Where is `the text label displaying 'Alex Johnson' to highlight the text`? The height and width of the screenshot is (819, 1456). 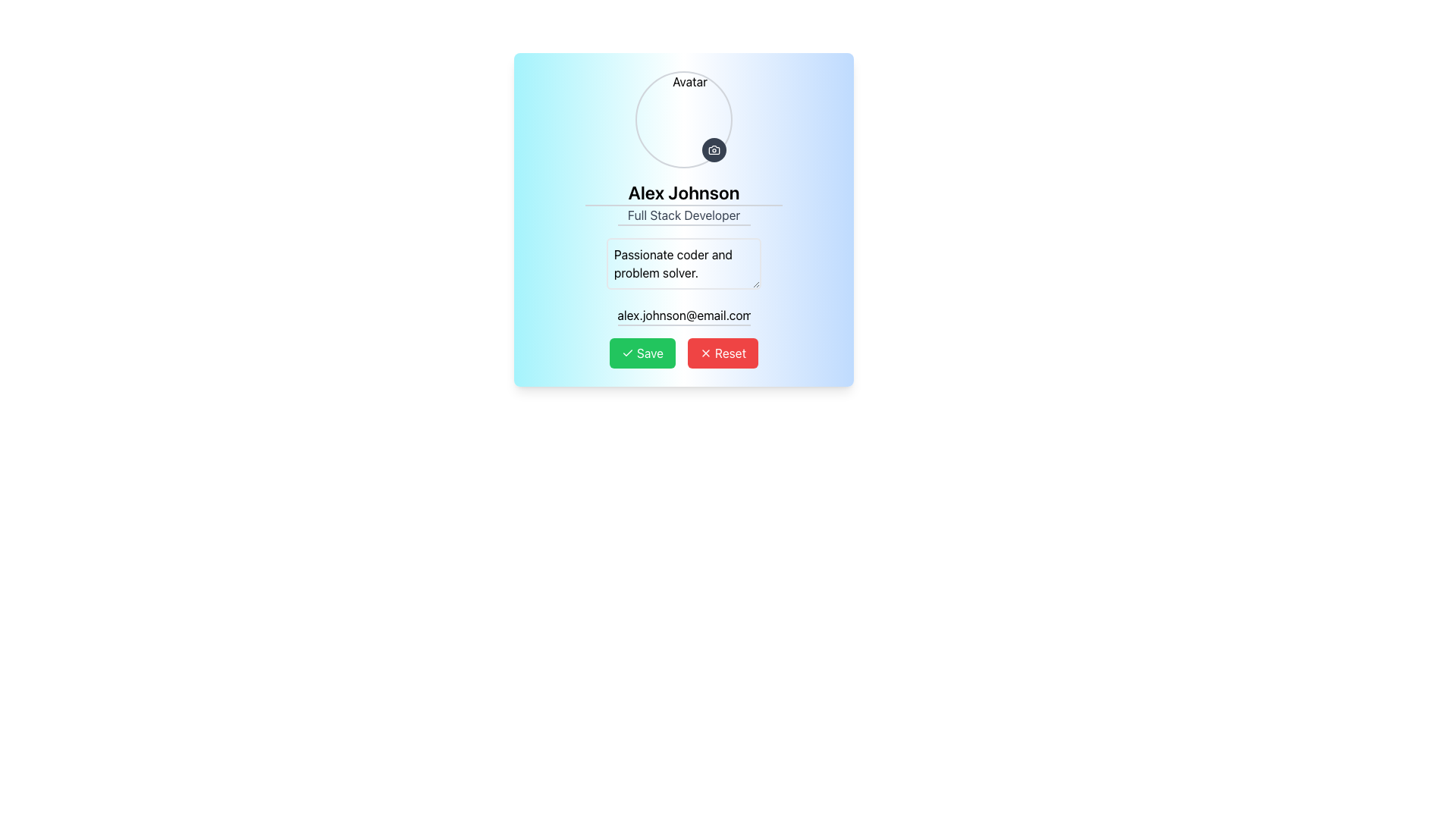 the text label displaying 'Alex Johnson' to highlight the text is located at coordinates (683, 192).